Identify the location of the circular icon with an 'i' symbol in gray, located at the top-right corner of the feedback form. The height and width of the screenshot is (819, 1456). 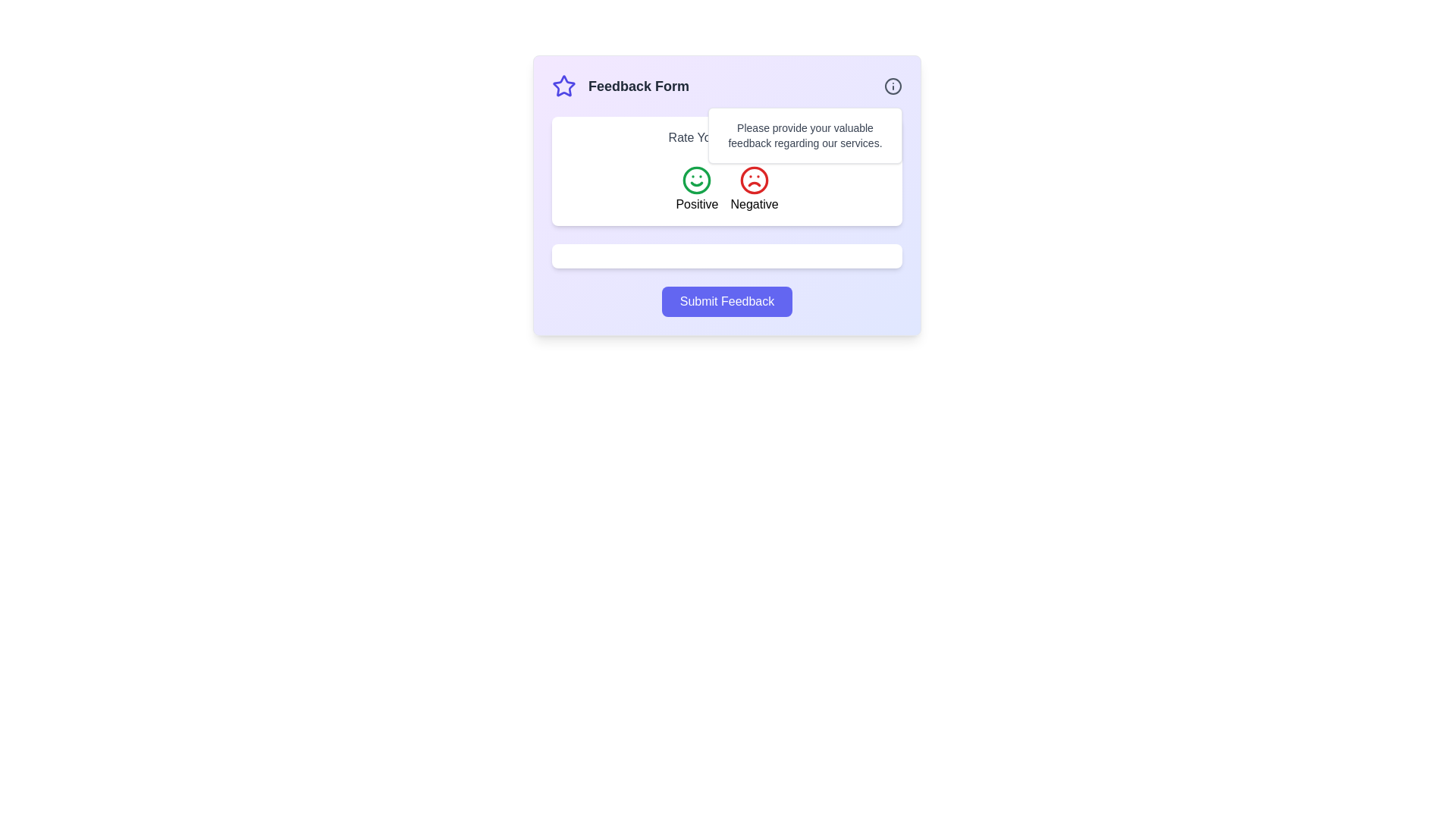
(893, 86).